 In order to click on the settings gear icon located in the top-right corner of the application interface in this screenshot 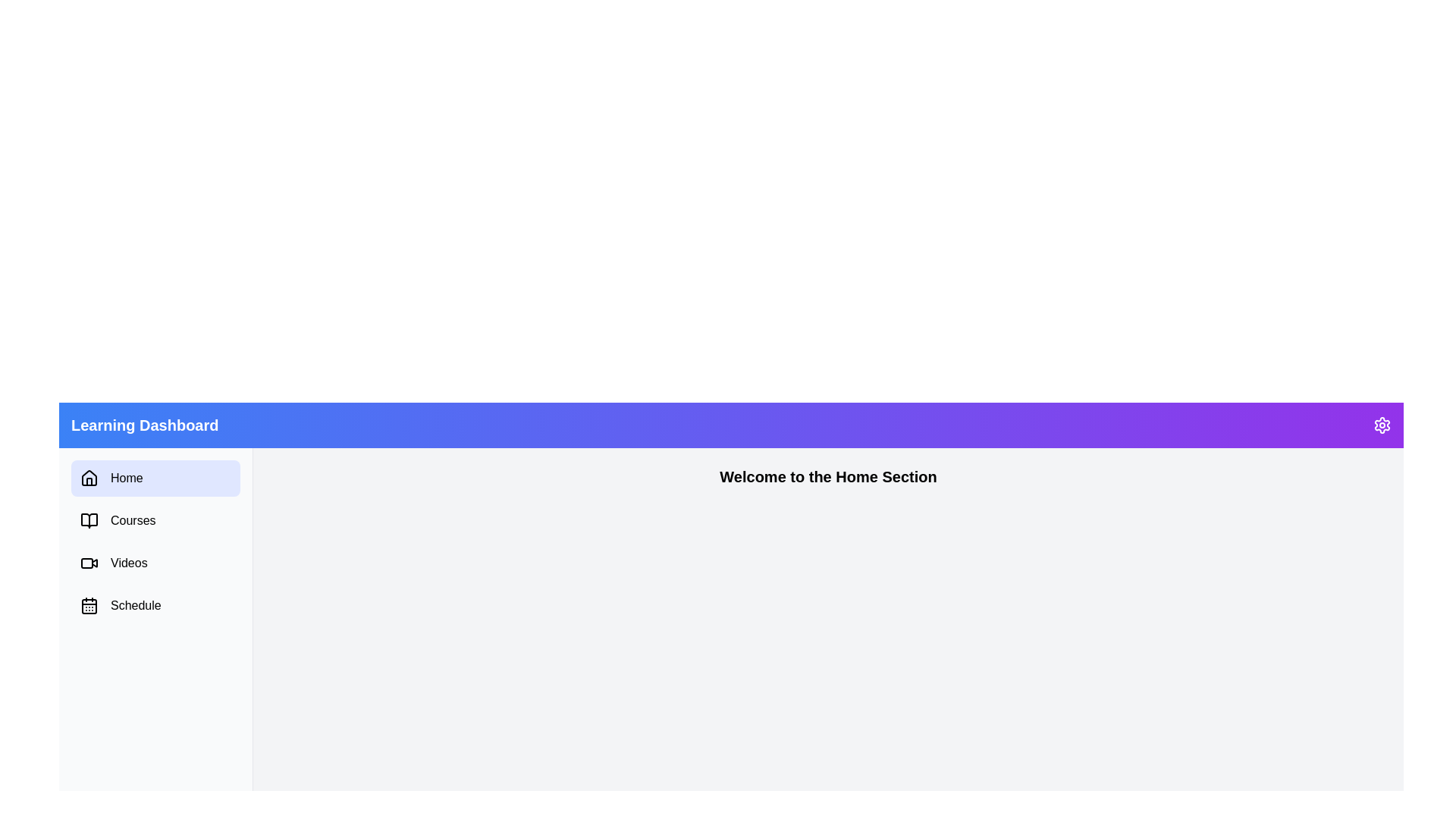, I will do `click(1382, 425)`.